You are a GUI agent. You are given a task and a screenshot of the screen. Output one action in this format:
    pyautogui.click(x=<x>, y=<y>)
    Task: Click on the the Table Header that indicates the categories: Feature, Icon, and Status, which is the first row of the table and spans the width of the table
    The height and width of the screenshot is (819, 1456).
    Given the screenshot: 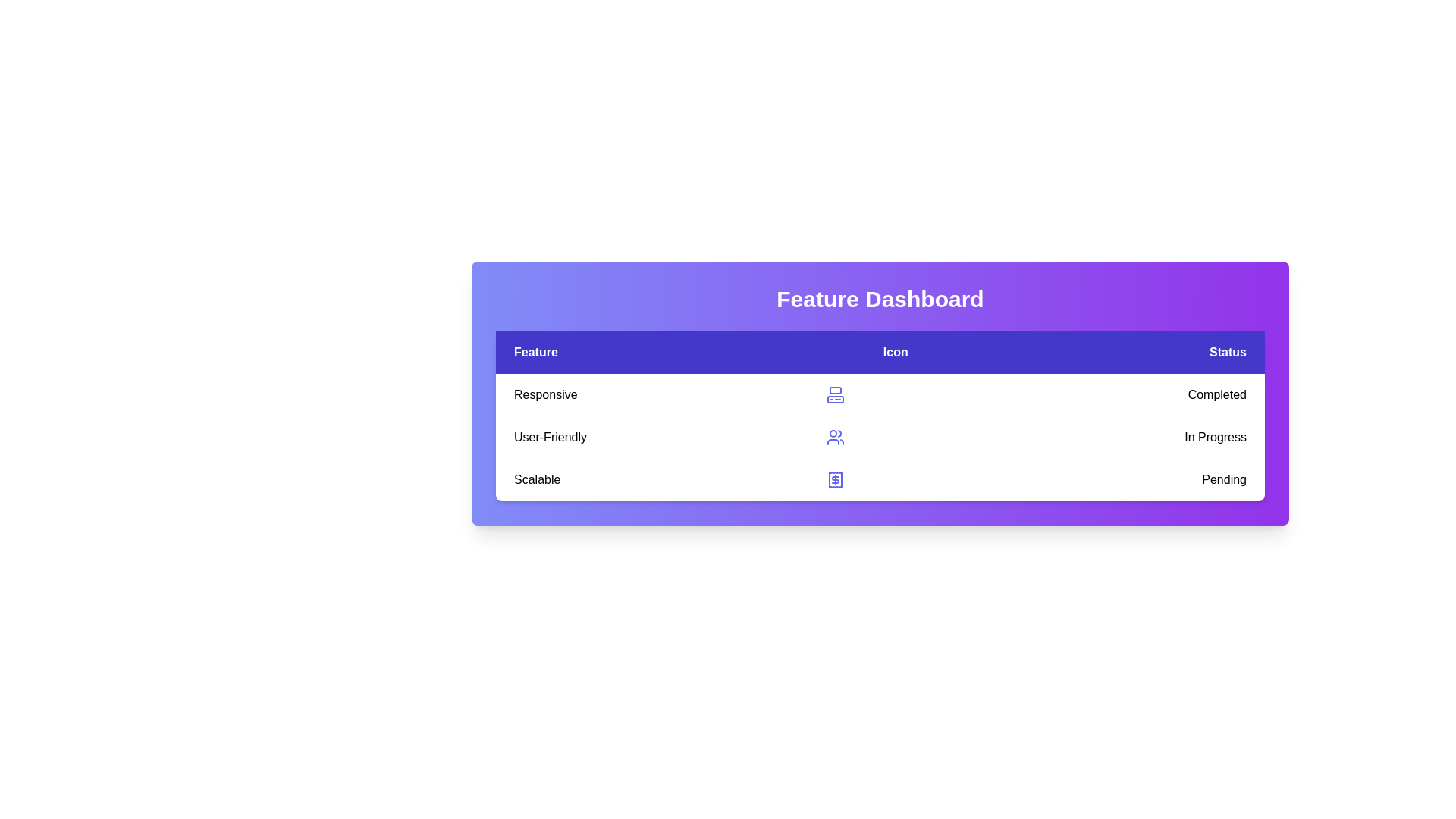 What is the action you would take?
    pyautogui.click(x=880, y=353)
    